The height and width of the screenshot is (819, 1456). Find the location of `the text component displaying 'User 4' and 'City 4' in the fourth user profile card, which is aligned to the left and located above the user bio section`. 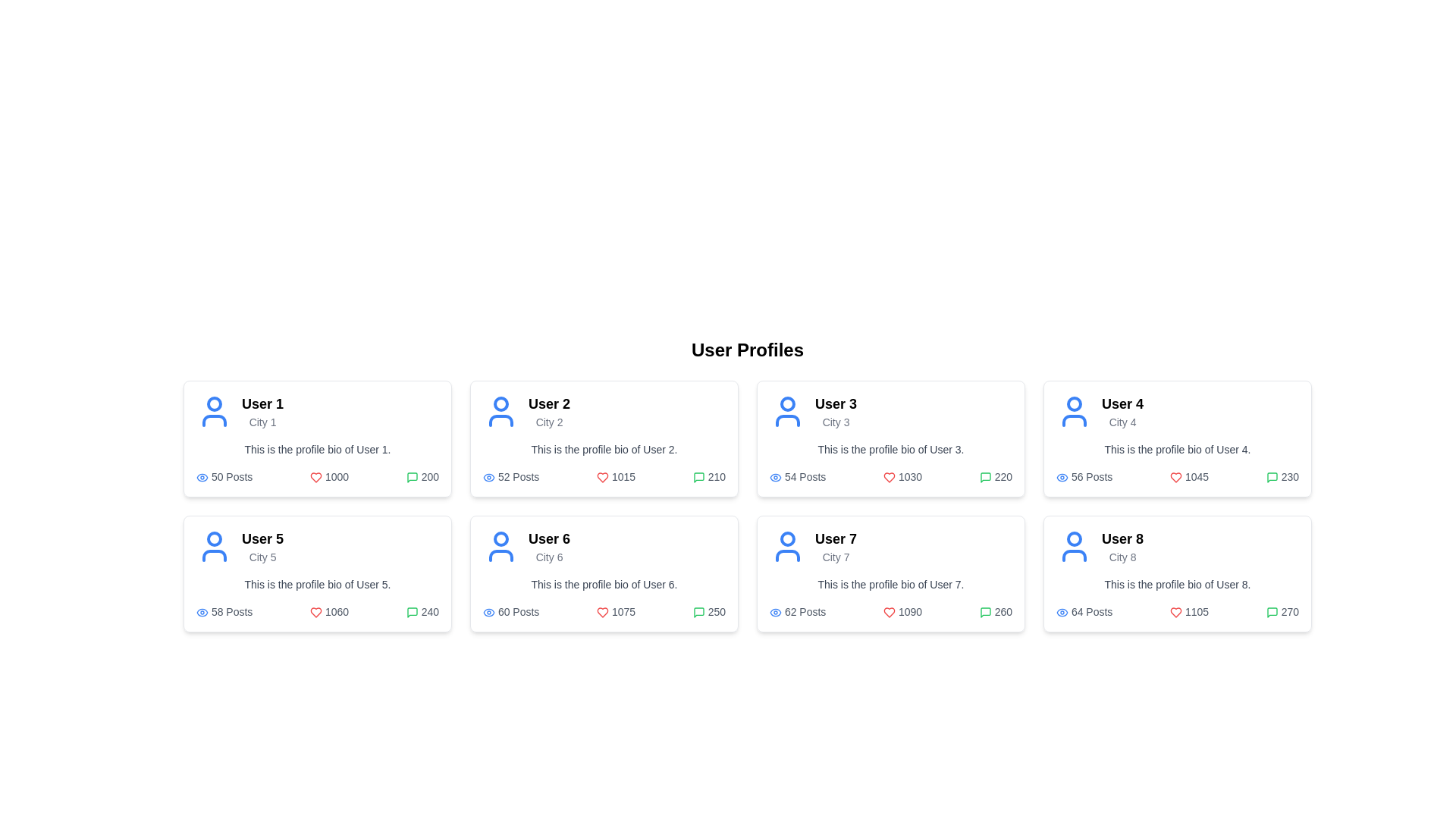

the text component displaying 'User 4' and 'City 4' in the fourth user profile card, which is aligned to the left and located above the user bio section is located at coordinates (1122, 412).